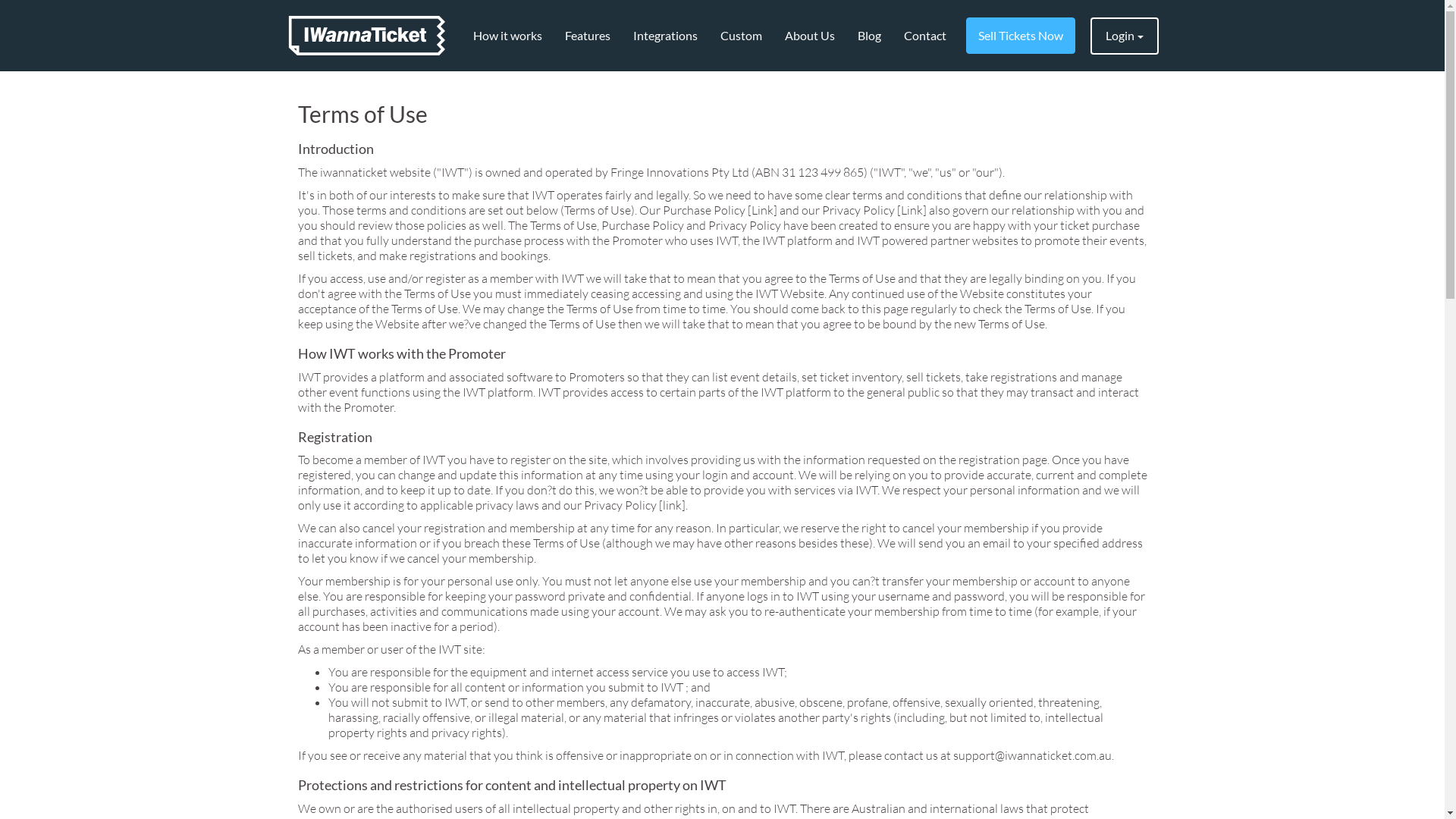  I want to click on 'Login', so click(1125, 35).